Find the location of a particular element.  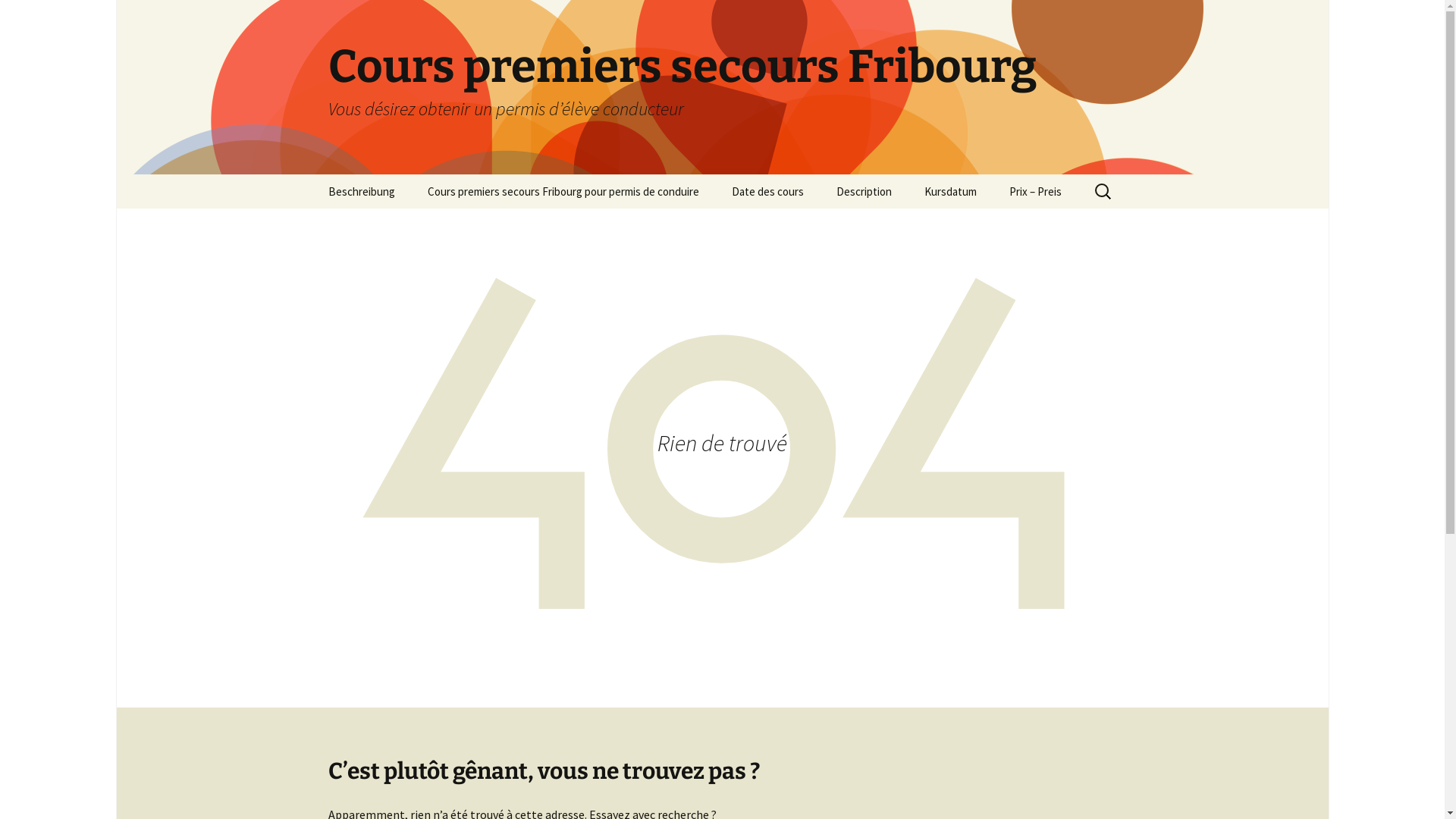

'Cours premiers secours Fribourg pour permis de conduire' is located at coordinates (563, 190).